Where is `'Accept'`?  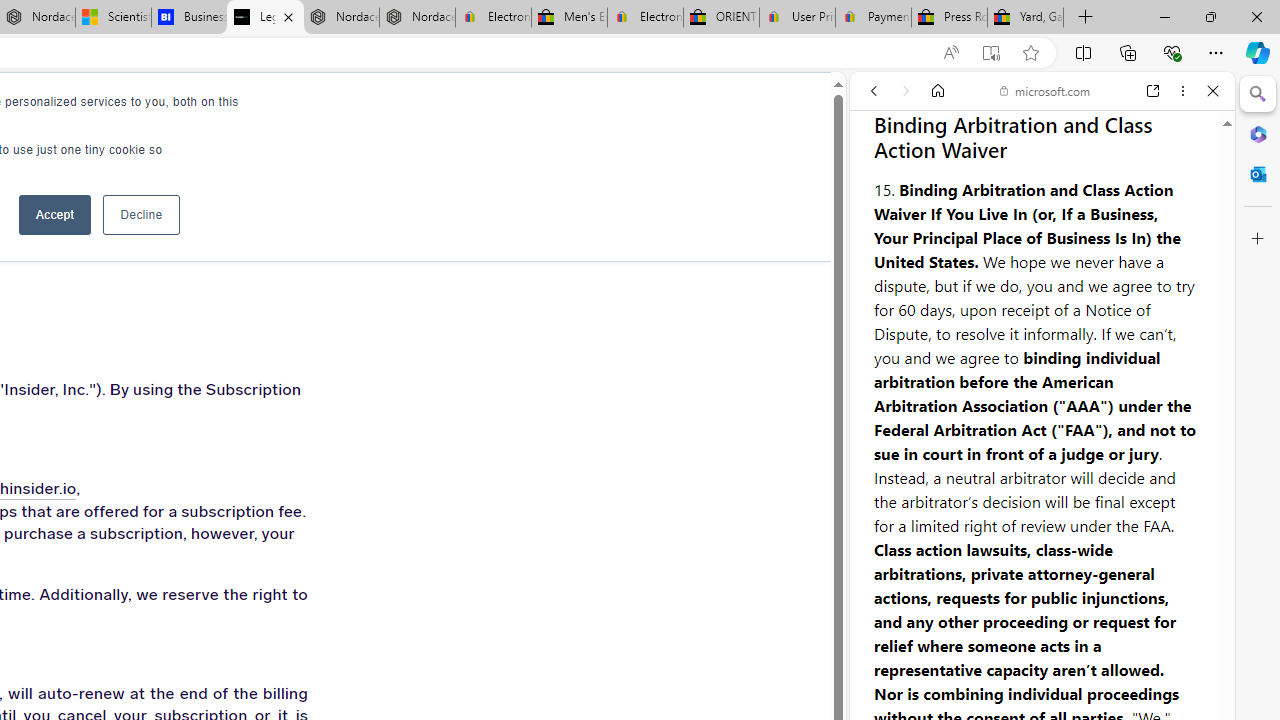 'Accept' is located at coordinates (55, 214).